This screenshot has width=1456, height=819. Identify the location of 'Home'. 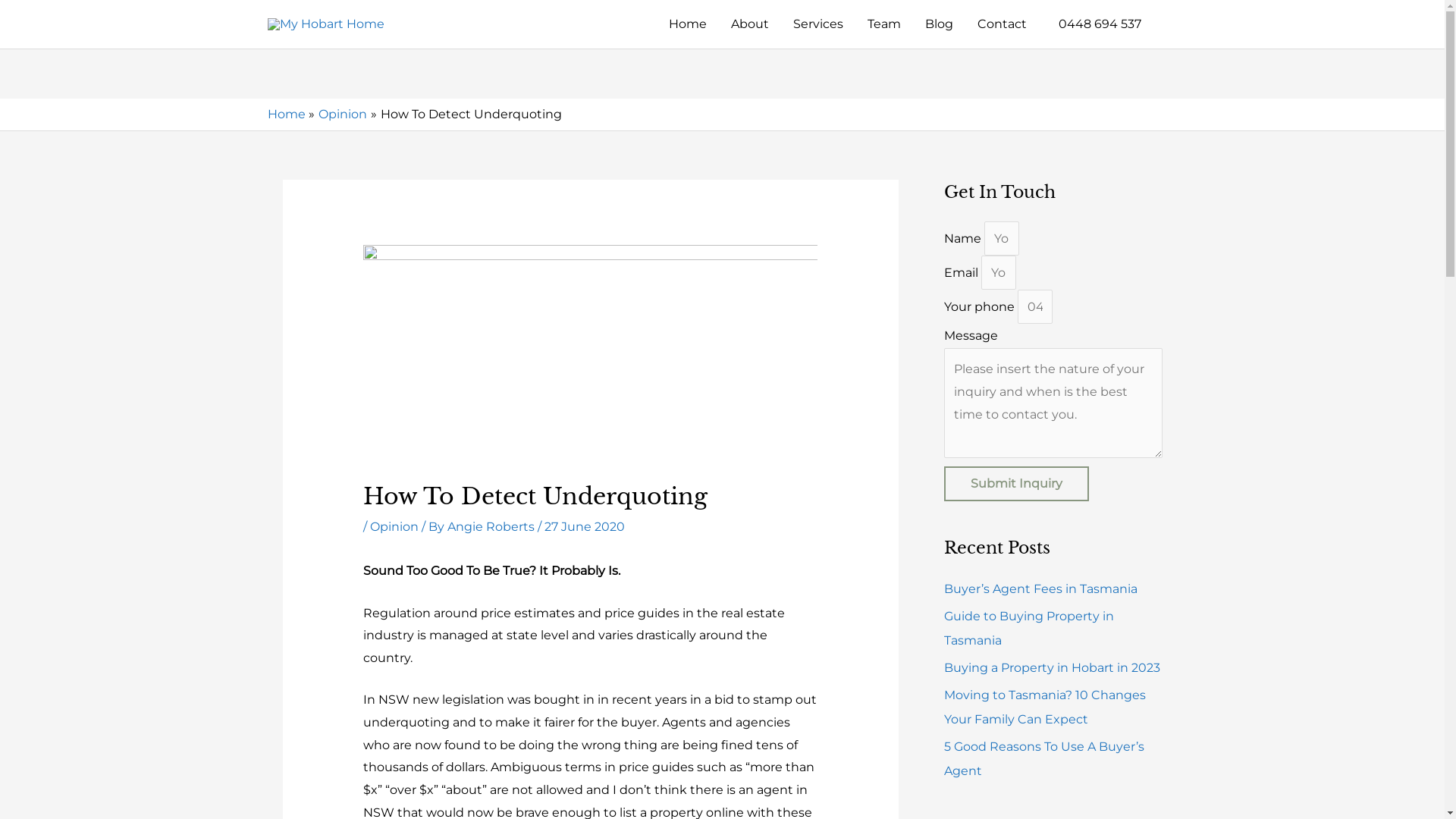
(286, 113).